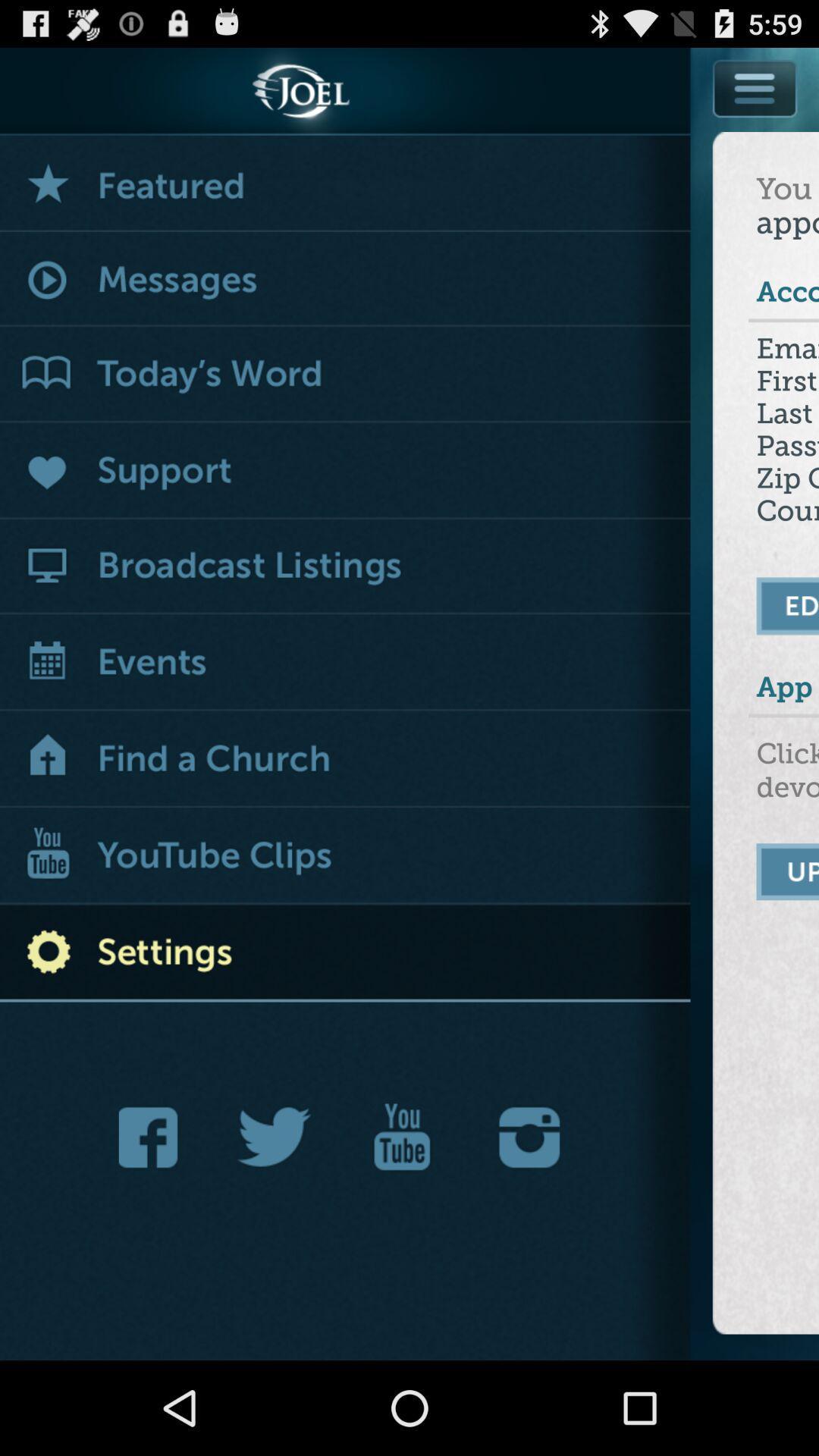  What do you see at coordinates (345, 566) in the screenshot?
I see `broadcast listings` at bounding box center [345, 566].